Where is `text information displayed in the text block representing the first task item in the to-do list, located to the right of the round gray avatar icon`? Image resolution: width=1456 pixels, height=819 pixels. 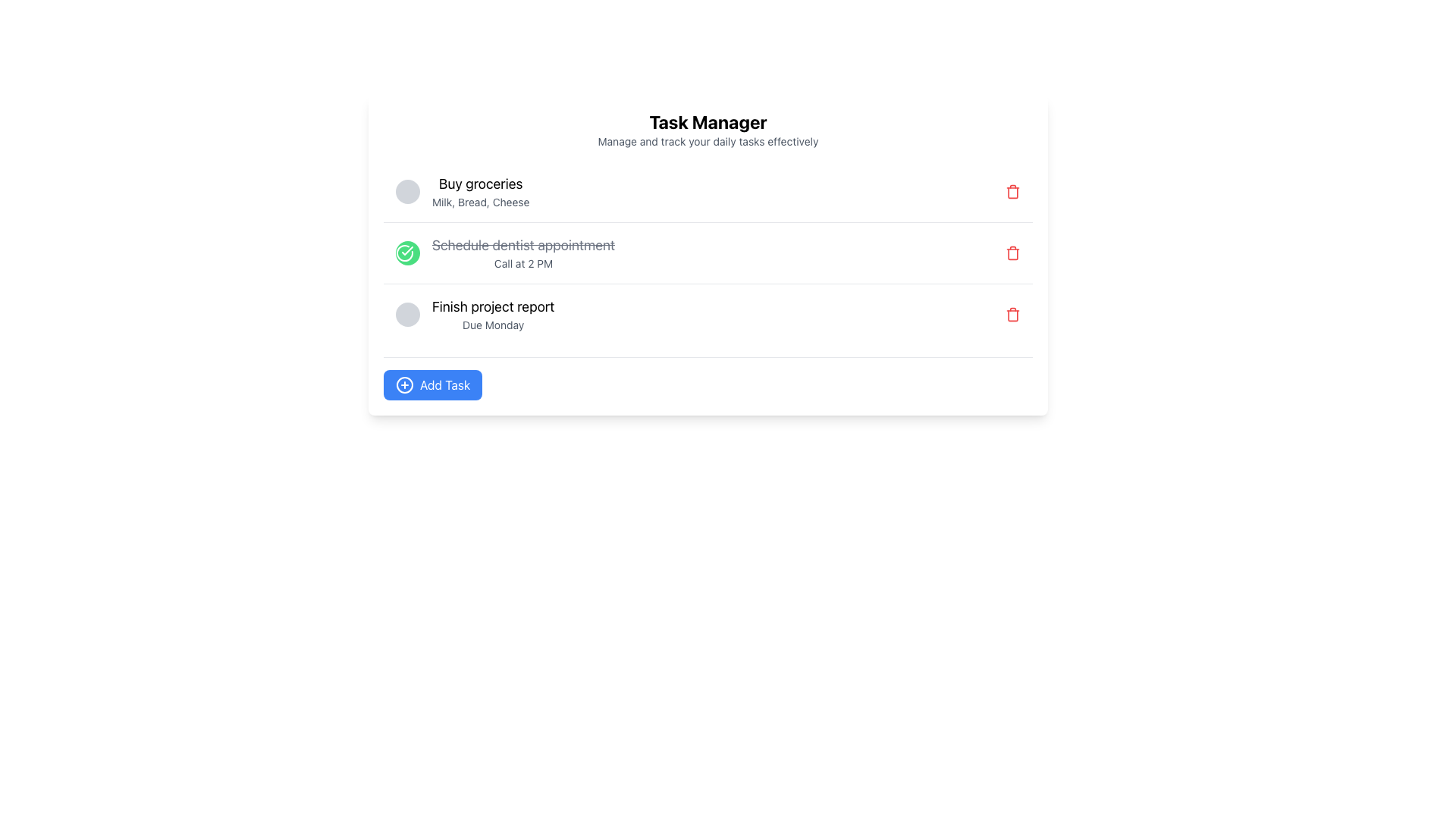 text information displayed in the text block representing the first task item in the to-do list, located to the right of the round gray avatar icon is located at coordinates (480, 191).